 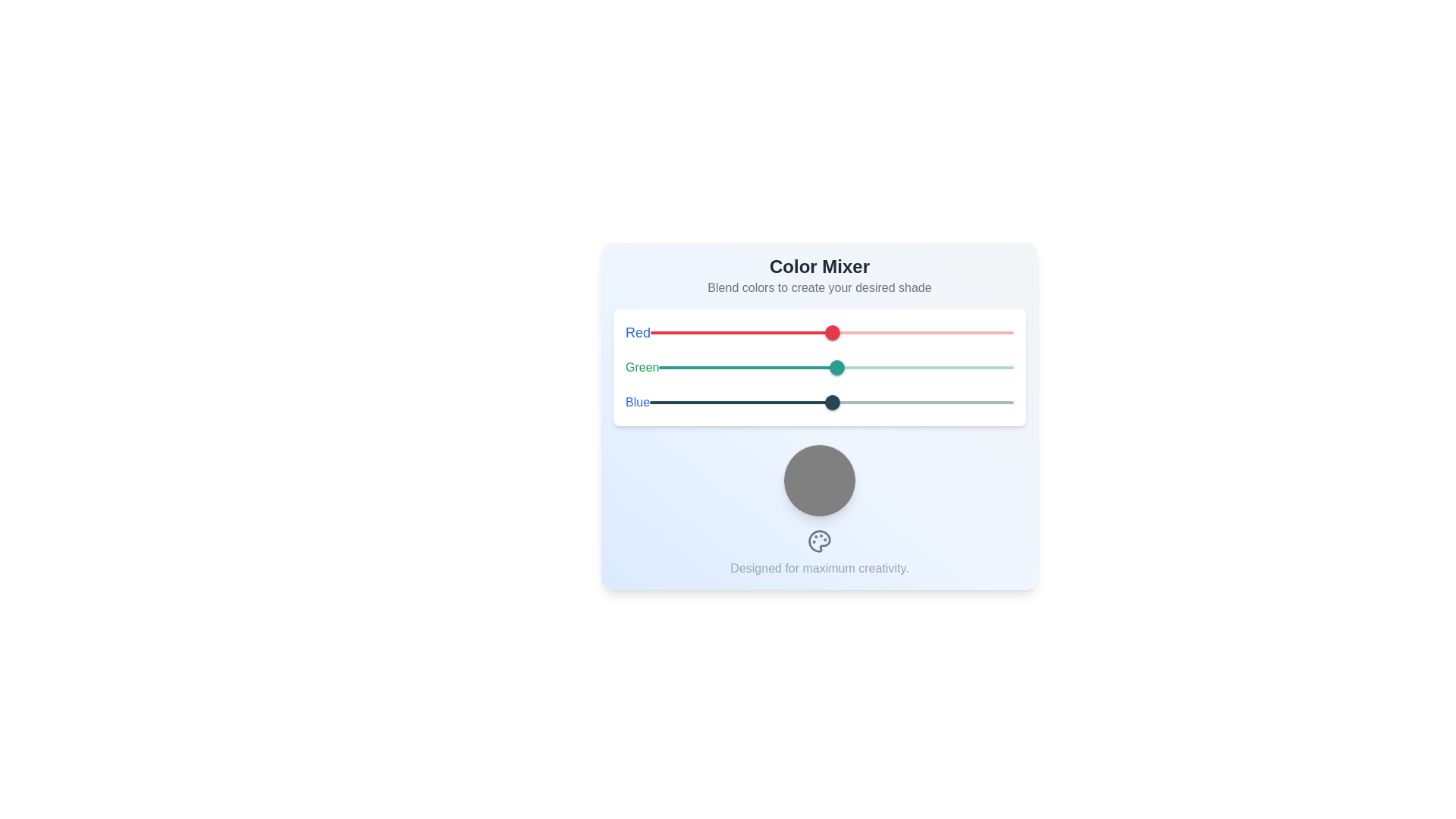 What do you see at coordinates (726, 368) in the screenshot?
I see `the green slider` at bounding box center [726, 368].